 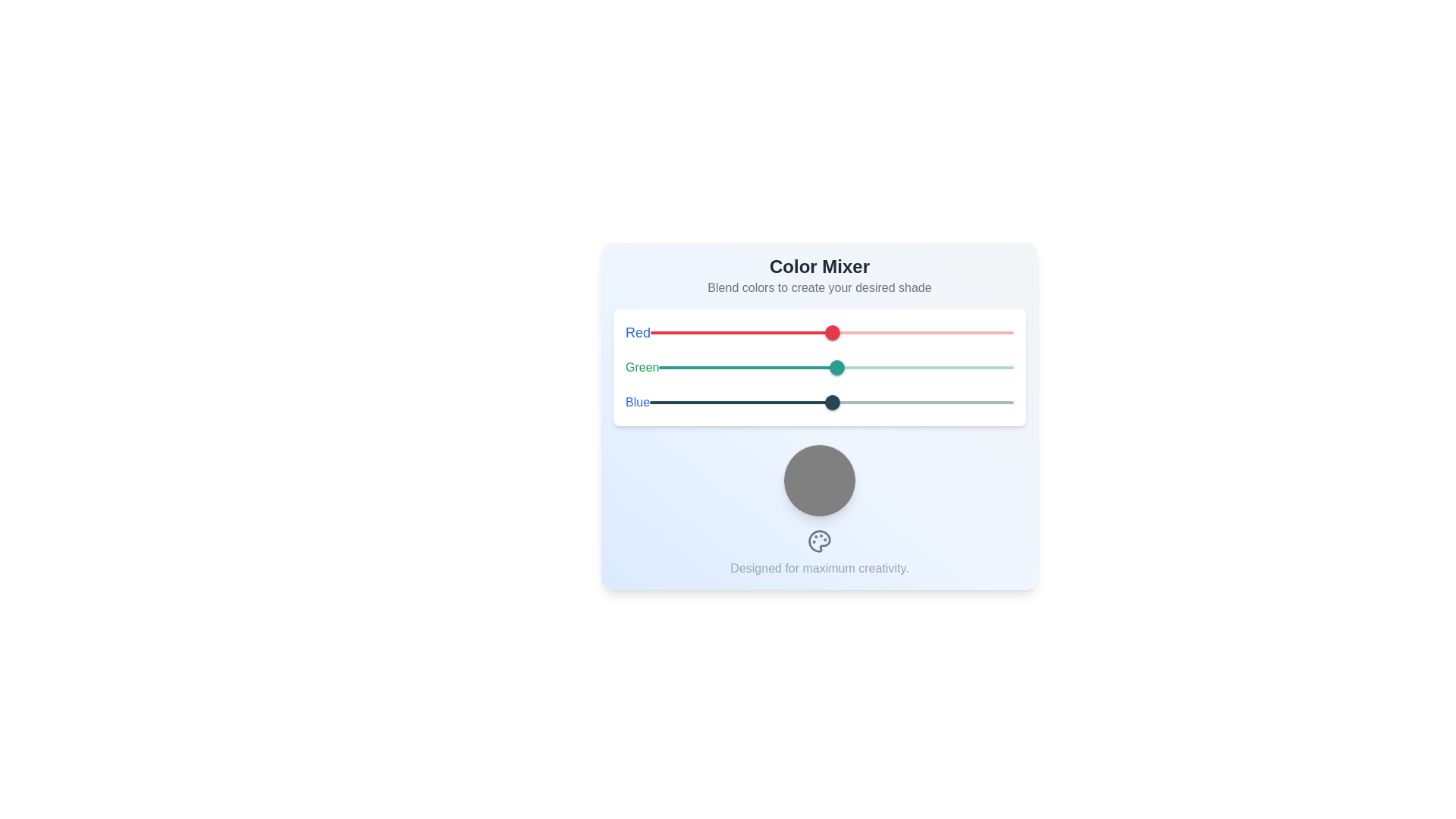 What do you see at coordinates (726, 368) in the screenshot?
I see `the green slider` at bounding box center [726, 368].